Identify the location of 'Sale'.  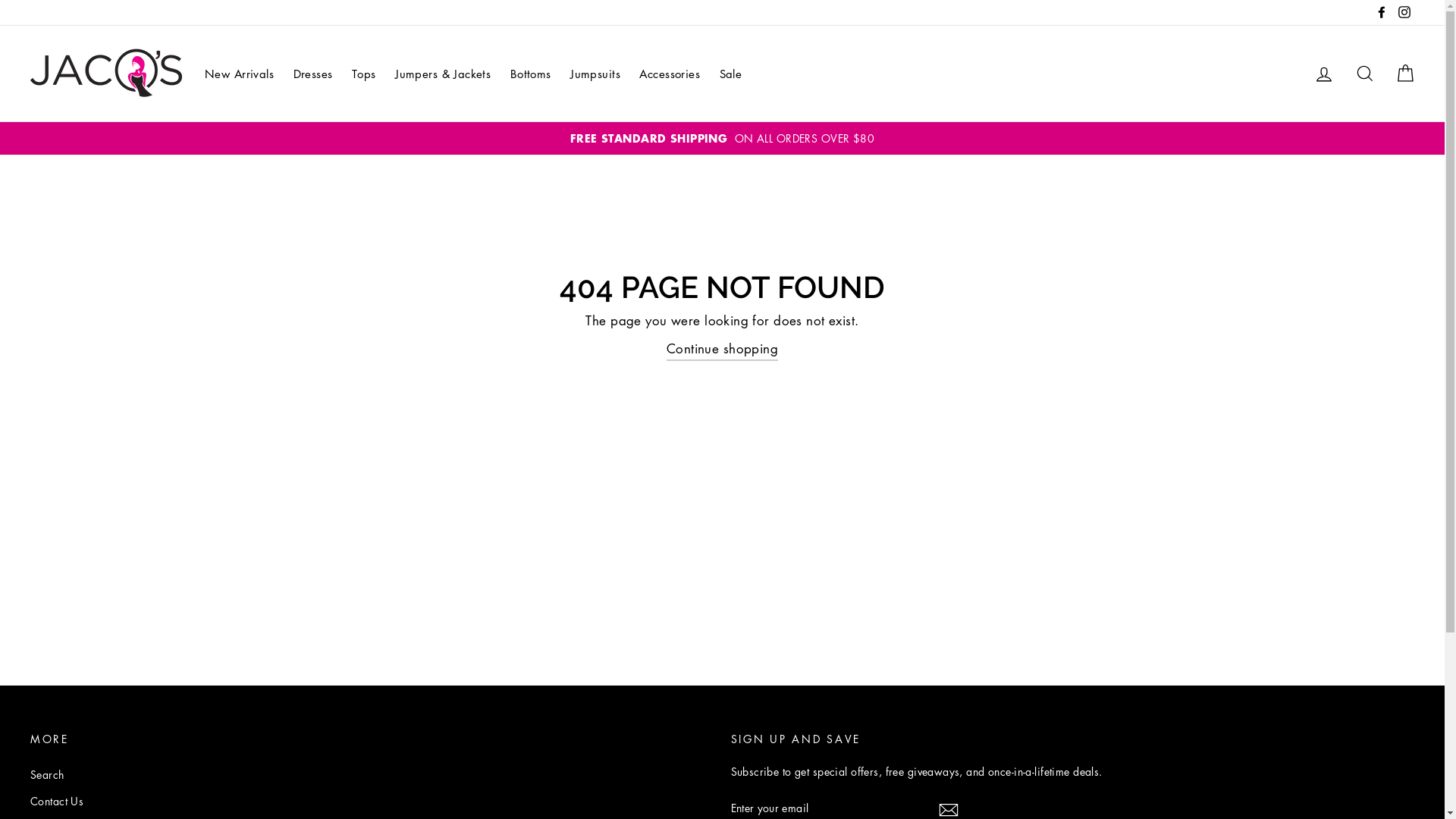
(731, 74).